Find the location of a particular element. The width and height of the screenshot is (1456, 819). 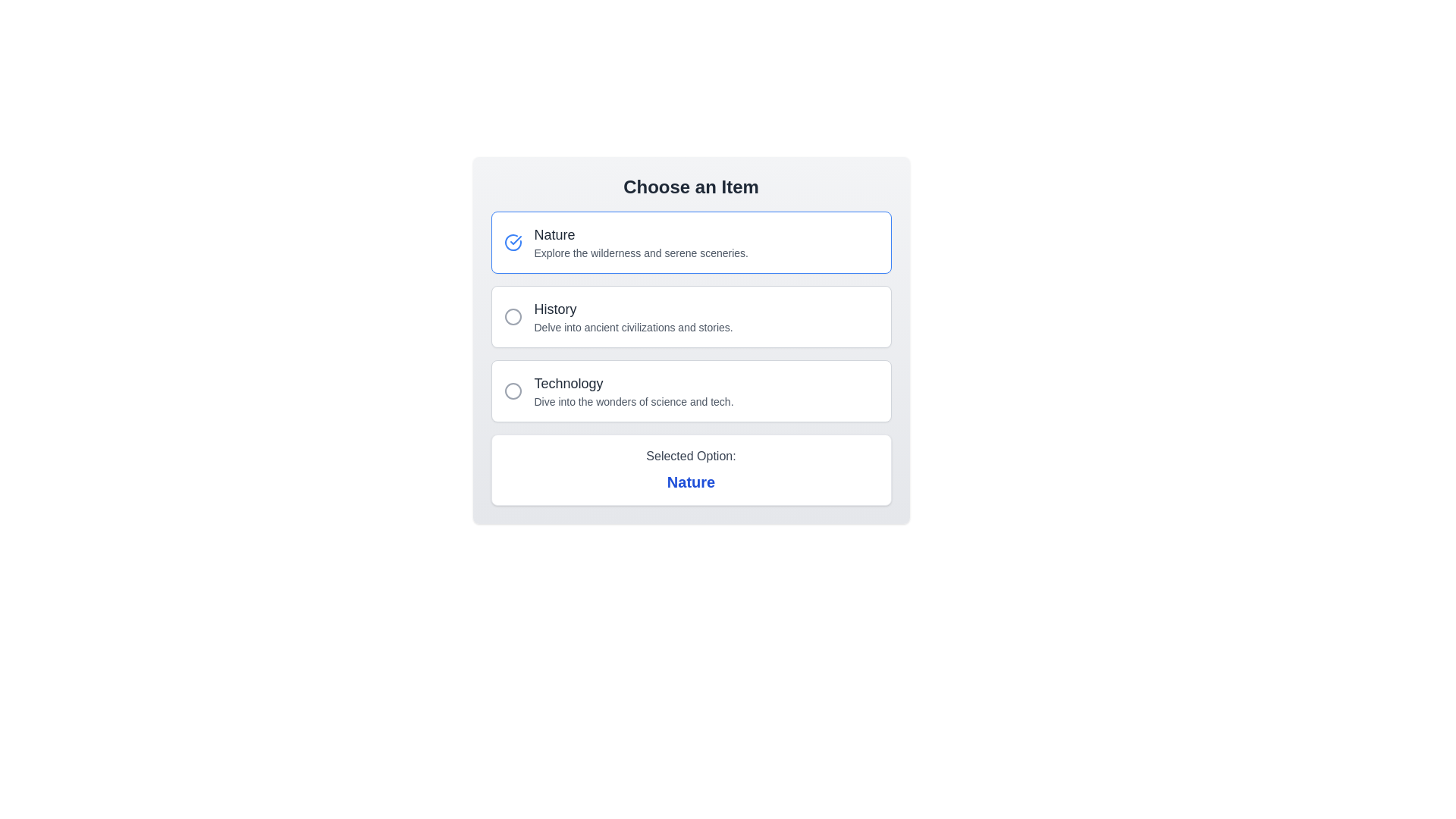

text from the Text block titled 'Nature' which describes 'Explore the wilderness and serene sceneries.' is located at coordinates (641, 242).